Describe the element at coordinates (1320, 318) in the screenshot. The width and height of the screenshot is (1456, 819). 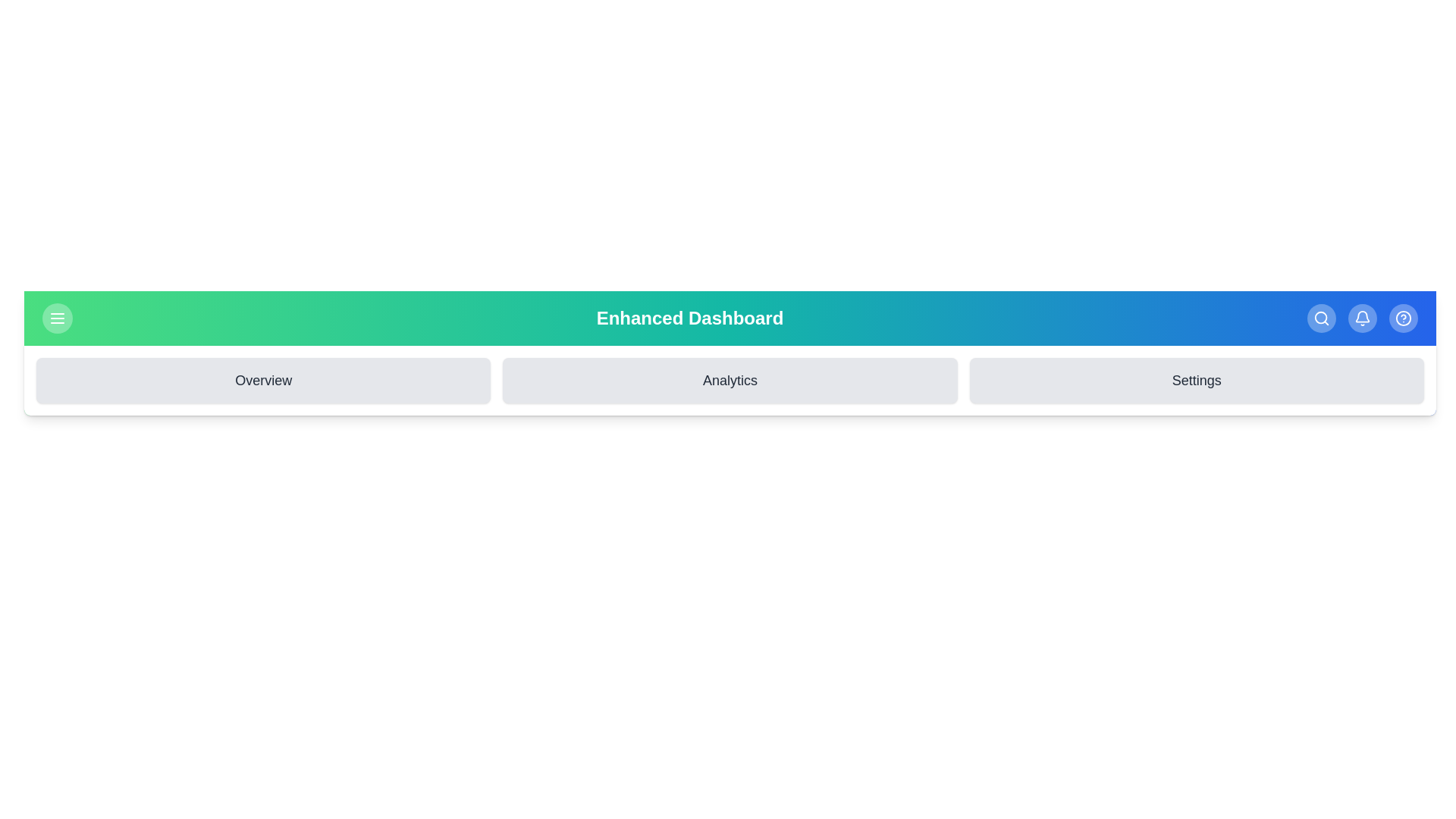
I see `the button corresponding to Search` at that location.